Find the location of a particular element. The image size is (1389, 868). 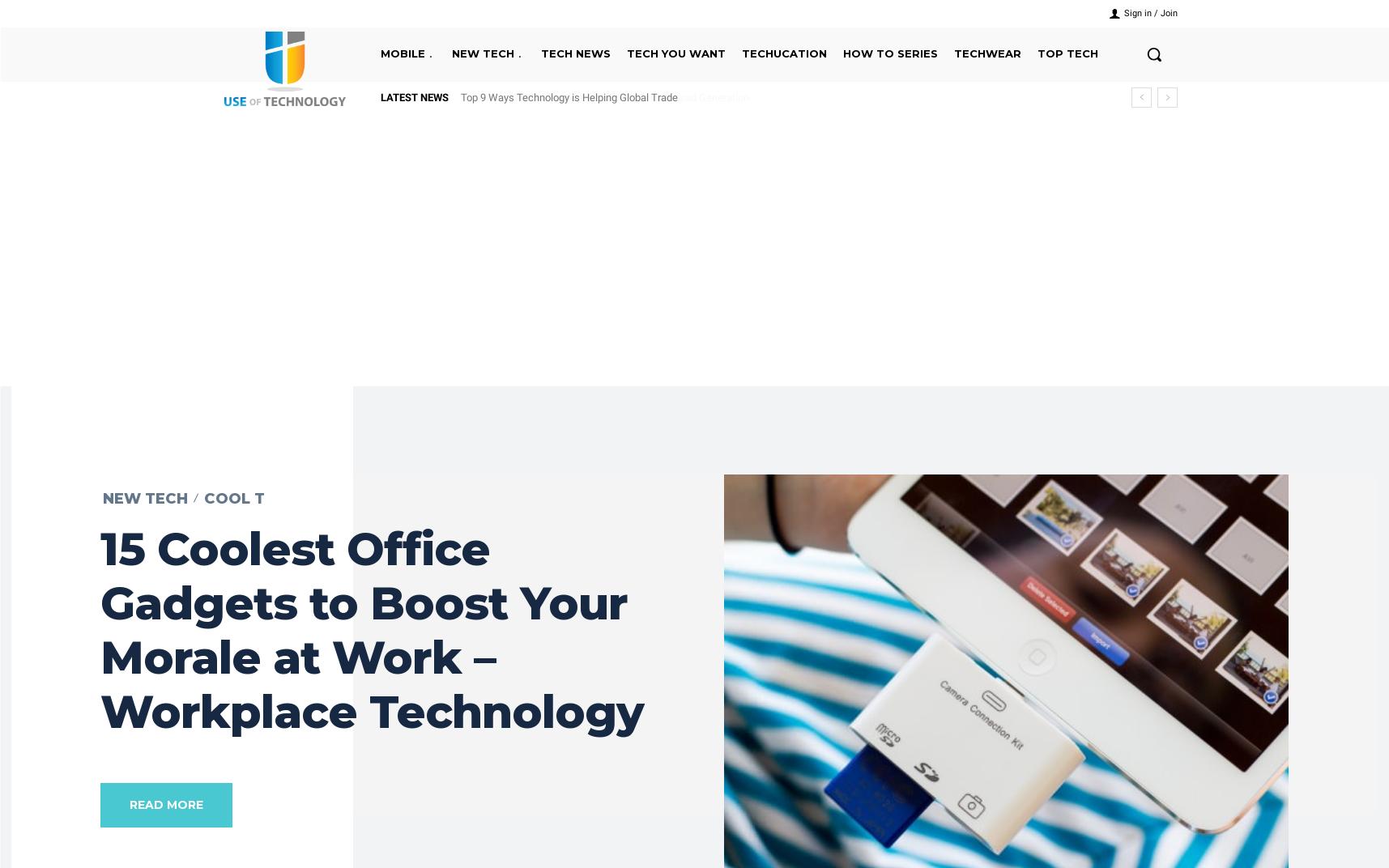

'Cool T' is located at coordinates (233, 498).